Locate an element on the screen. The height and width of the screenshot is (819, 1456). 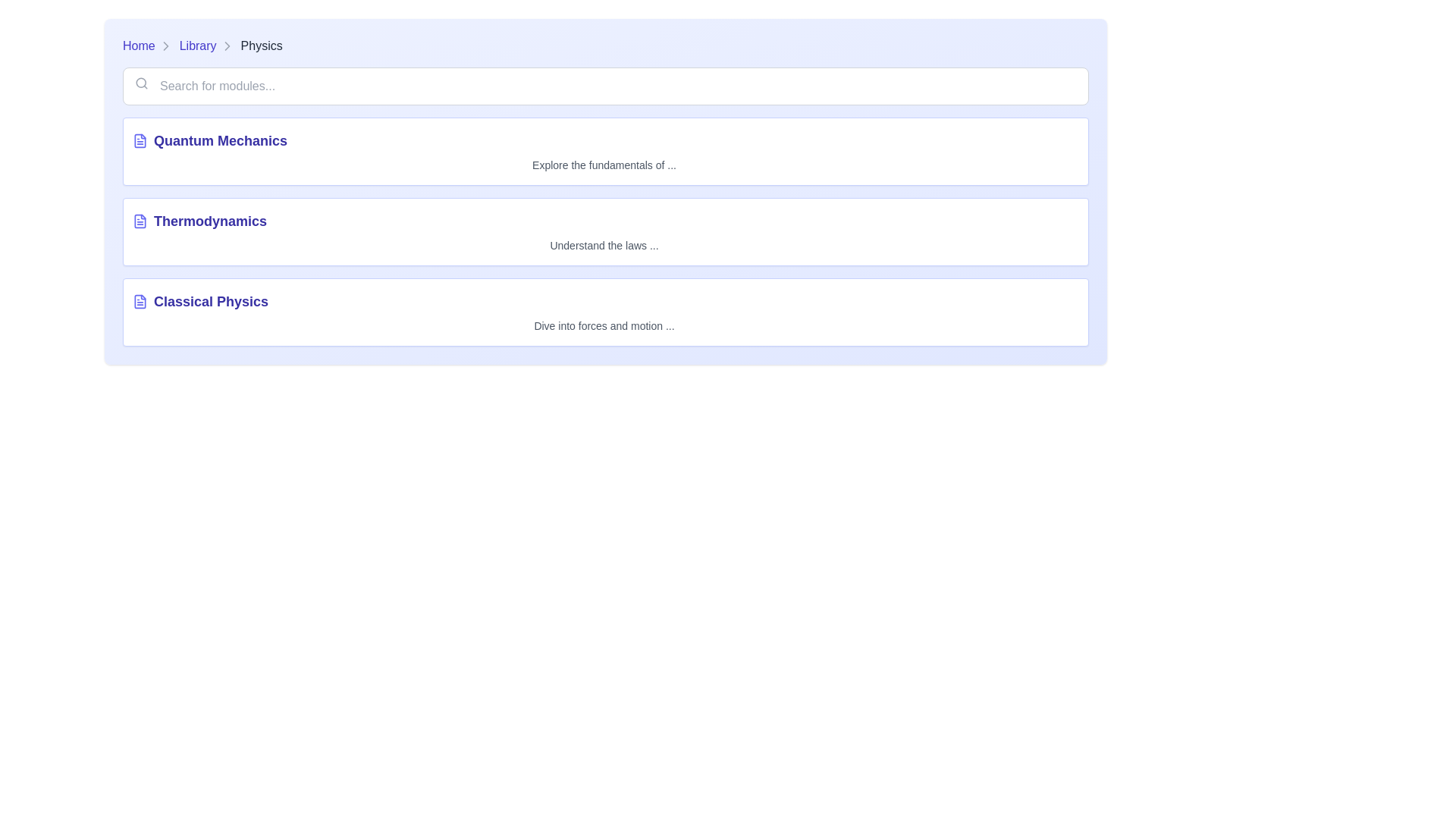
the 'Home' text link in the breadcrumb navigation bar is located at coordinates (148, 45).